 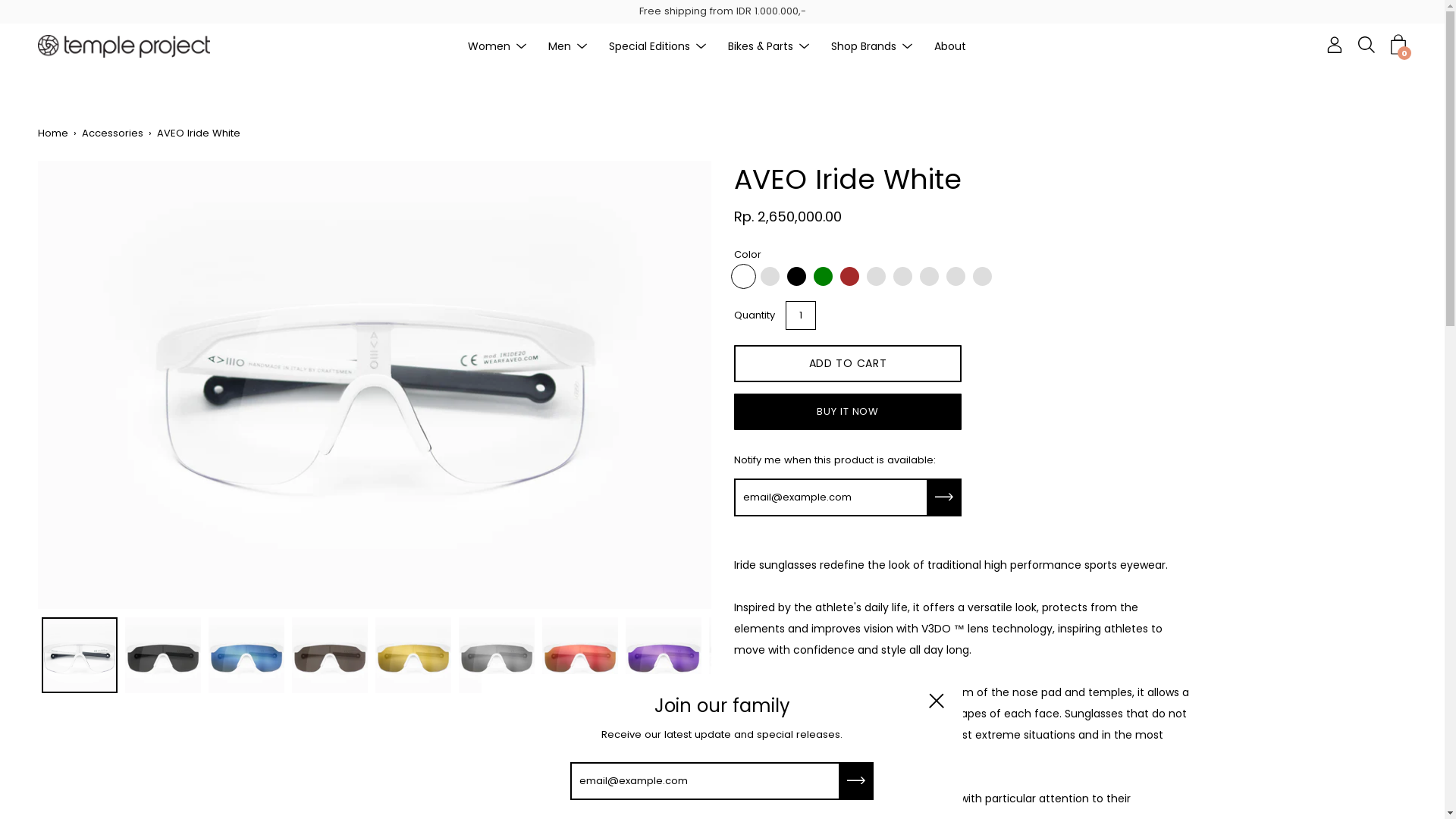 What do you see at coordinates (115, 133) in the screenshot?
I see `'Accessories'` at bounding box center [115, 133].